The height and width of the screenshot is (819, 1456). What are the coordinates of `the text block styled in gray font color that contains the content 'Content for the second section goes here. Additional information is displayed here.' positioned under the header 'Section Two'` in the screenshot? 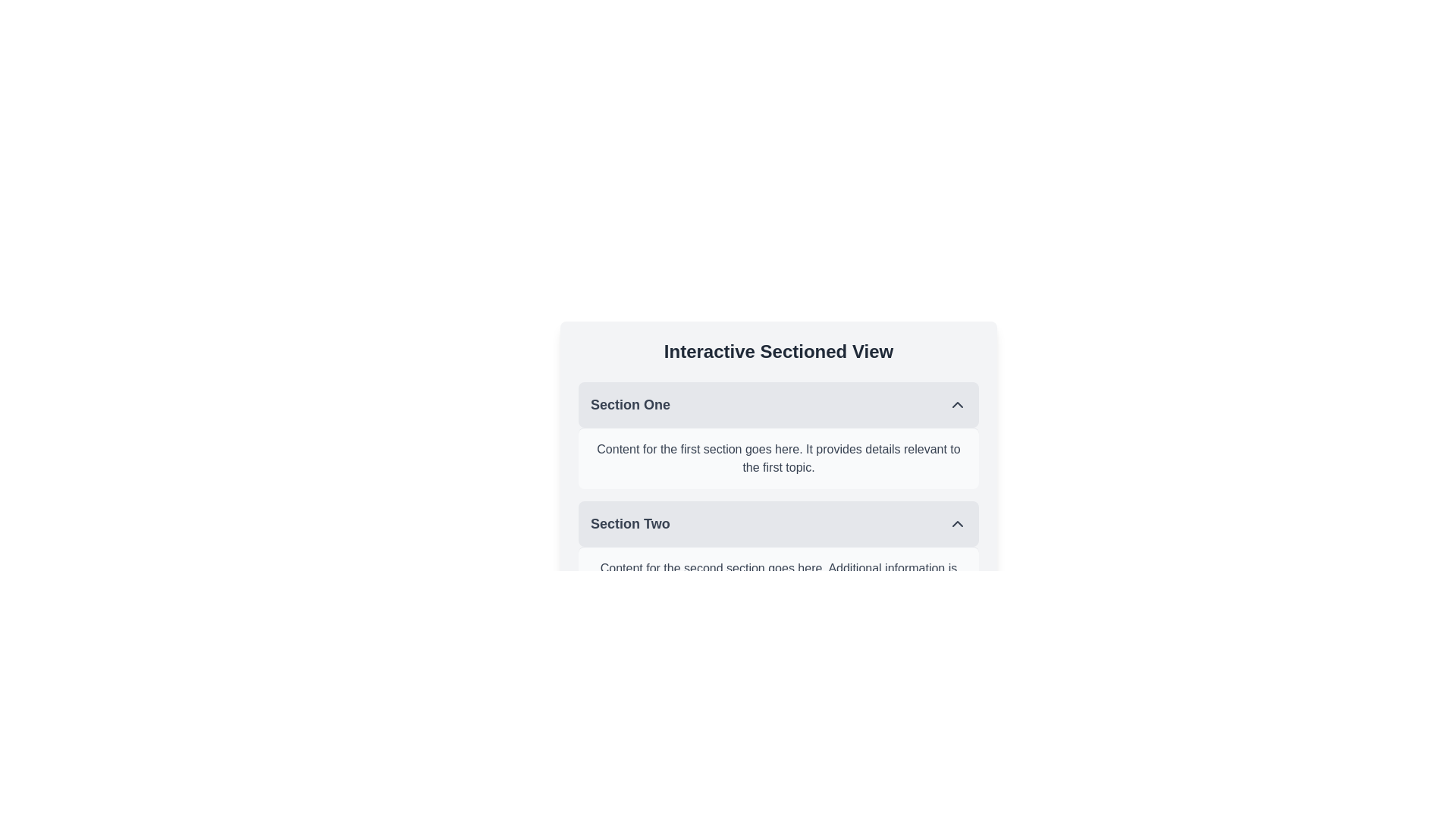 It's located at (779, 578).